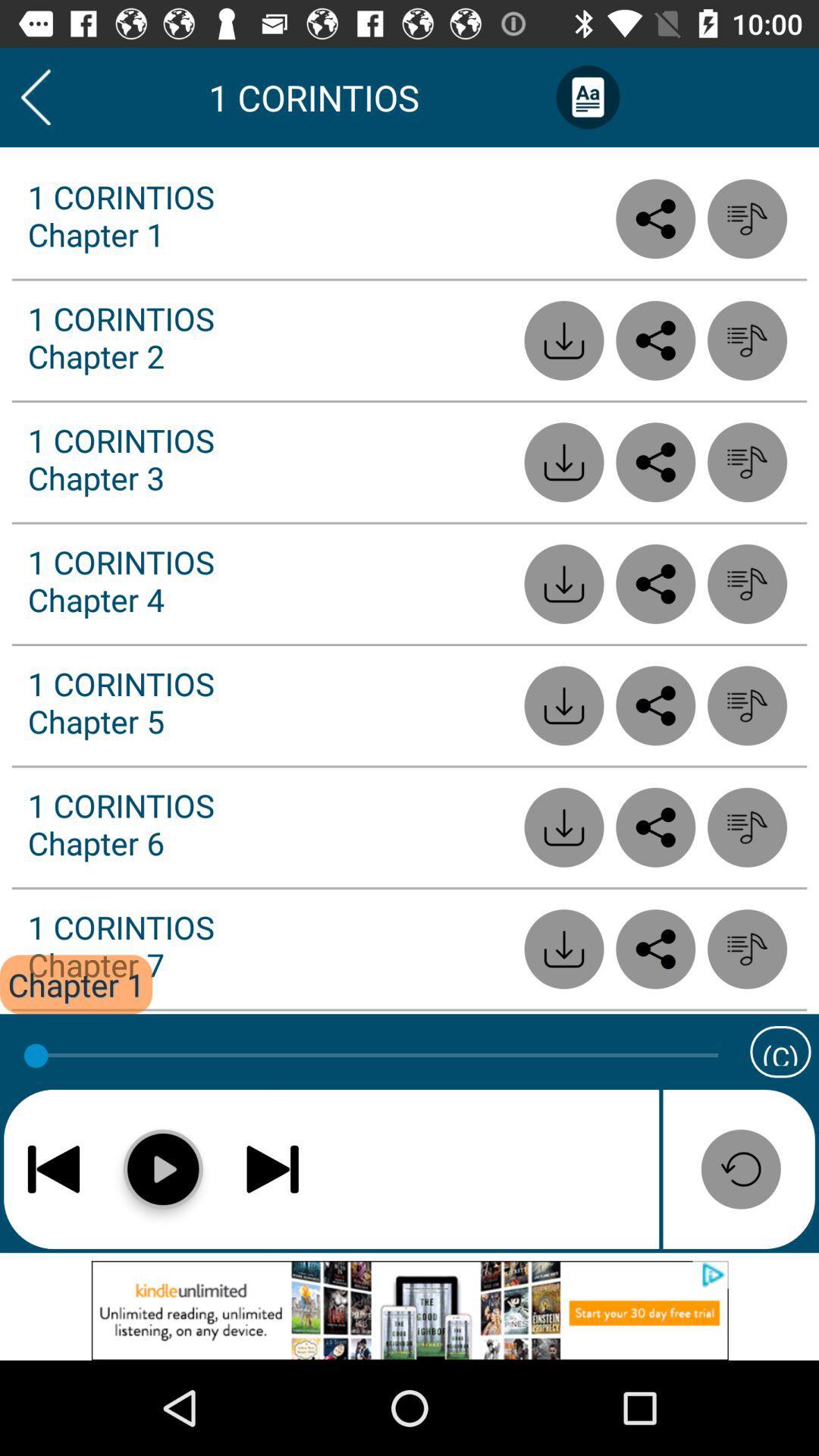 This screenshot has width=819, height=1456. Describe the element at coordinates (654, 340) in the screenshot. I see `share button` at that location.